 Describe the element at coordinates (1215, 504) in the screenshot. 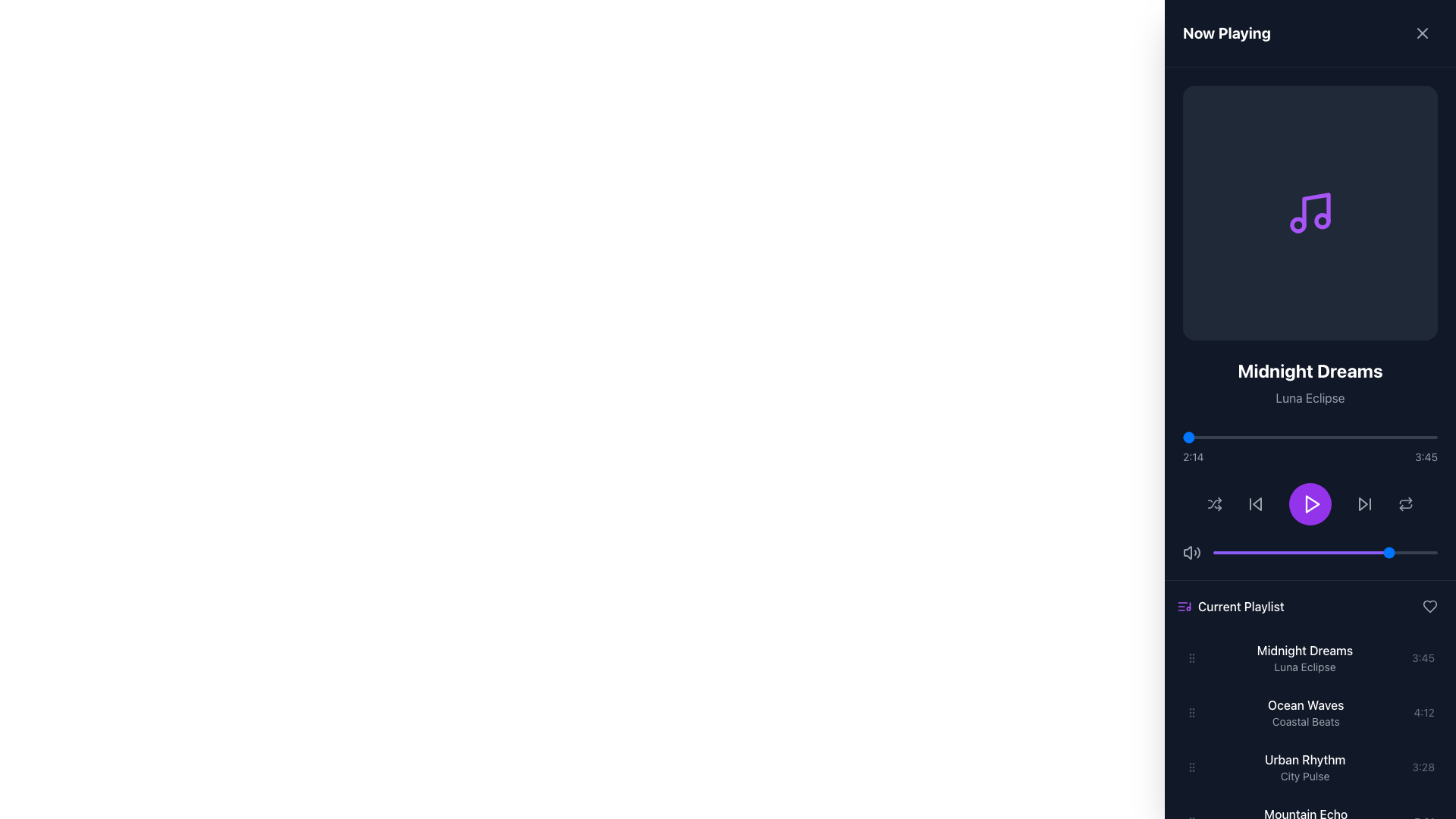

I see `the shuffle toggle button icon located to the right of the play button and to the left of the volume control` at that location.